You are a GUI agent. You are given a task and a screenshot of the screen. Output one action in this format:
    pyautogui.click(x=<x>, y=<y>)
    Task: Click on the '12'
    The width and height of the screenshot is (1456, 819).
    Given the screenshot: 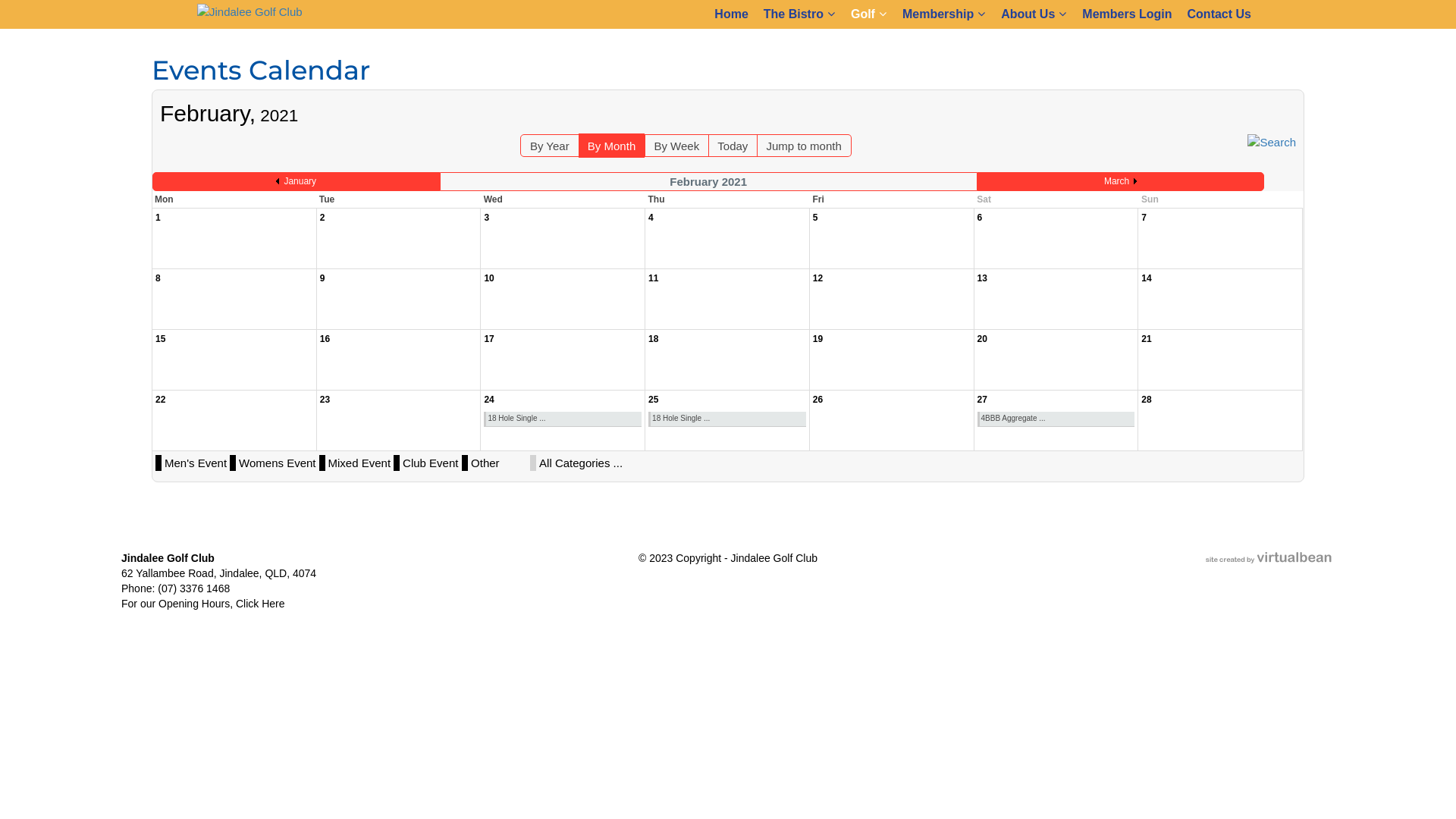 What is the action you would take?
    pyautogui.click(x=811, y=278)
    